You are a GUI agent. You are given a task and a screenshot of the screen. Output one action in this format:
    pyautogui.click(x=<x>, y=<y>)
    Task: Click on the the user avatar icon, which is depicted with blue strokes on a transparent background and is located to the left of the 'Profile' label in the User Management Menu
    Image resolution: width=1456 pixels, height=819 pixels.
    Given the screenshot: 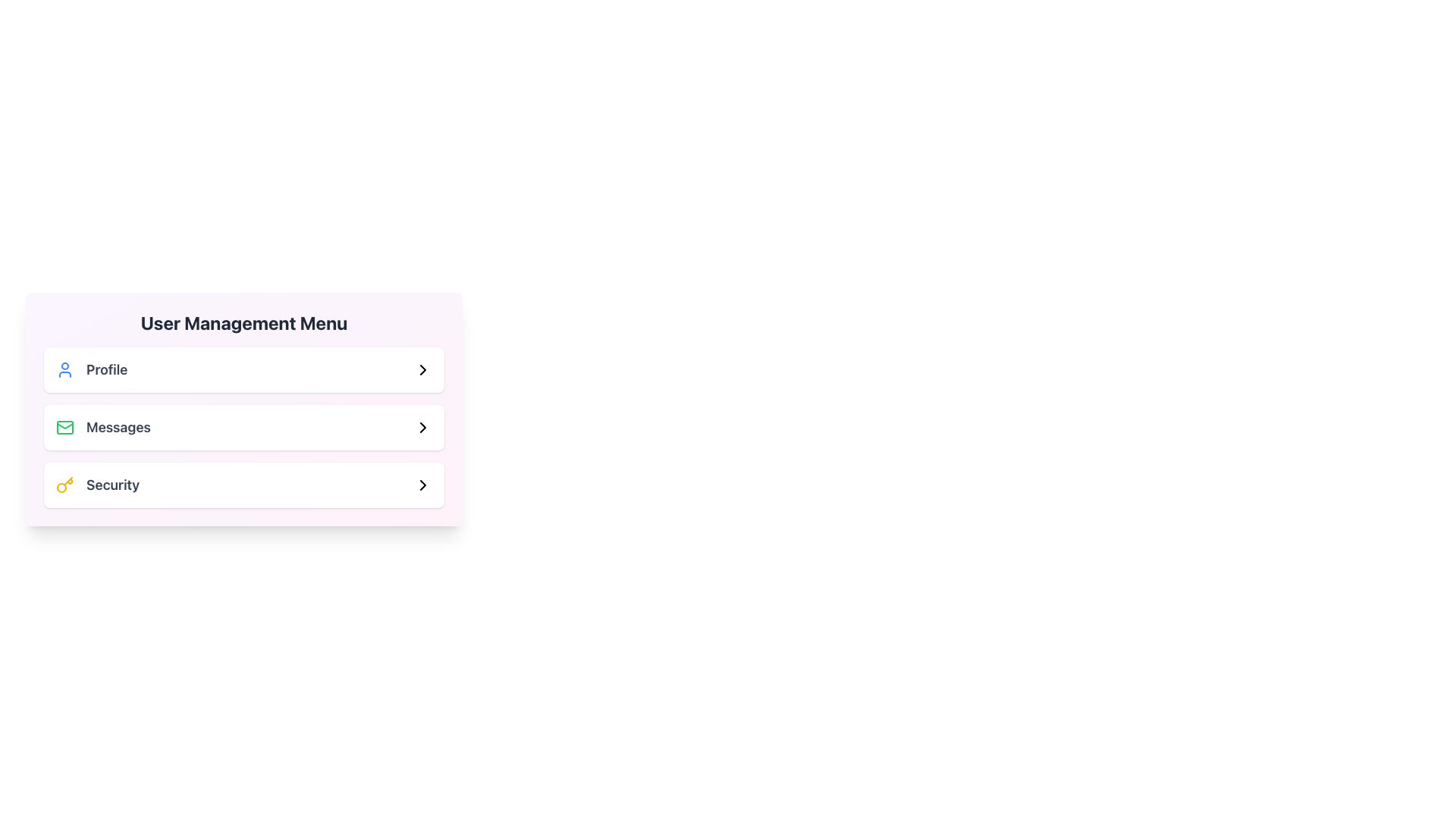 What is the action you would take?
    pyautogui.click(x=64, y=370)
    